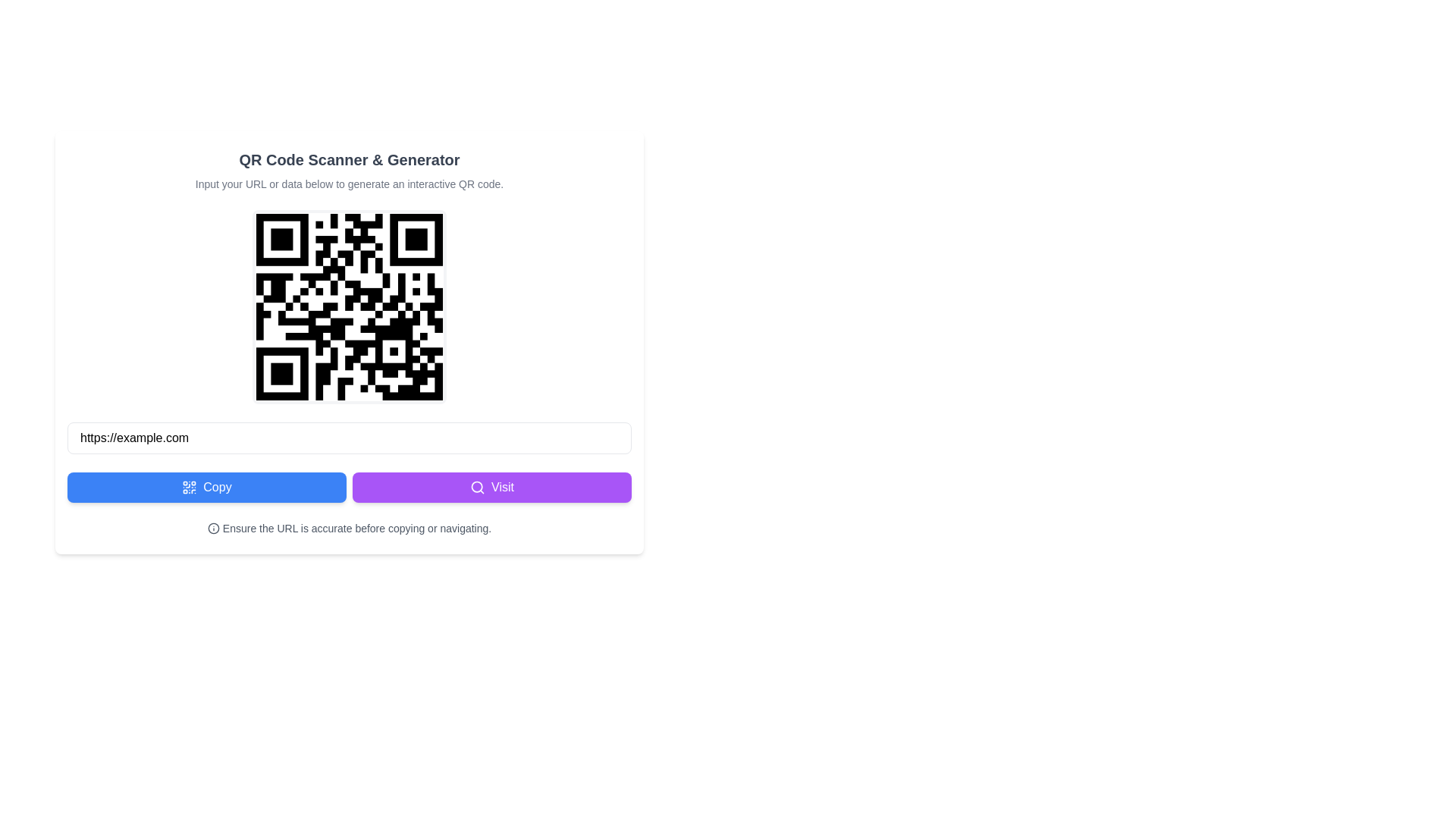 The width and height of the screenshot is (1456, 819). I want to click on the 'Copy' button located at the bottom left of the webpage to copy the content from the input field above it to the clipboard, so click(206, 488).